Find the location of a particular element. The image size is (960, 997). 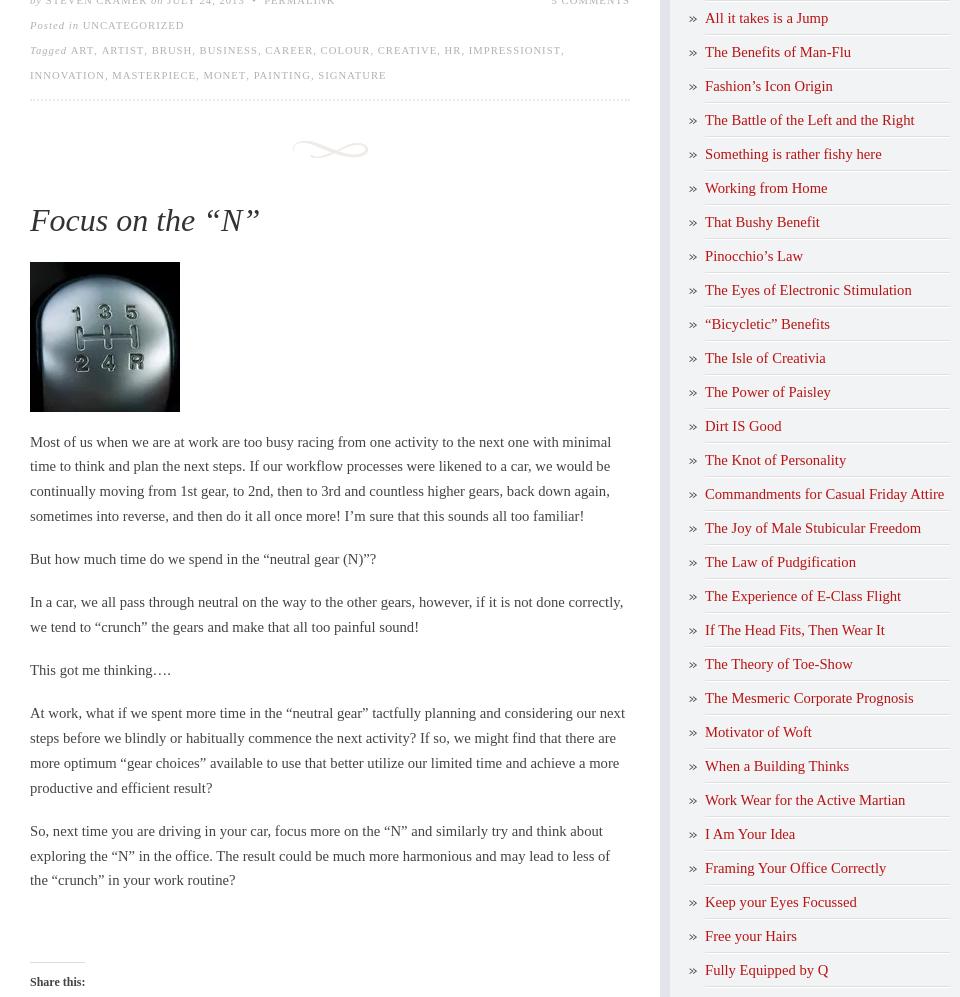

'So, next time you are driving in your car, focus more on the “N” and similarly try and think about exploring the “N” in the office. The result could be much more harmonious and may lead to less of the “crunch” in your work routine?' is located at coordinates (28, 855).